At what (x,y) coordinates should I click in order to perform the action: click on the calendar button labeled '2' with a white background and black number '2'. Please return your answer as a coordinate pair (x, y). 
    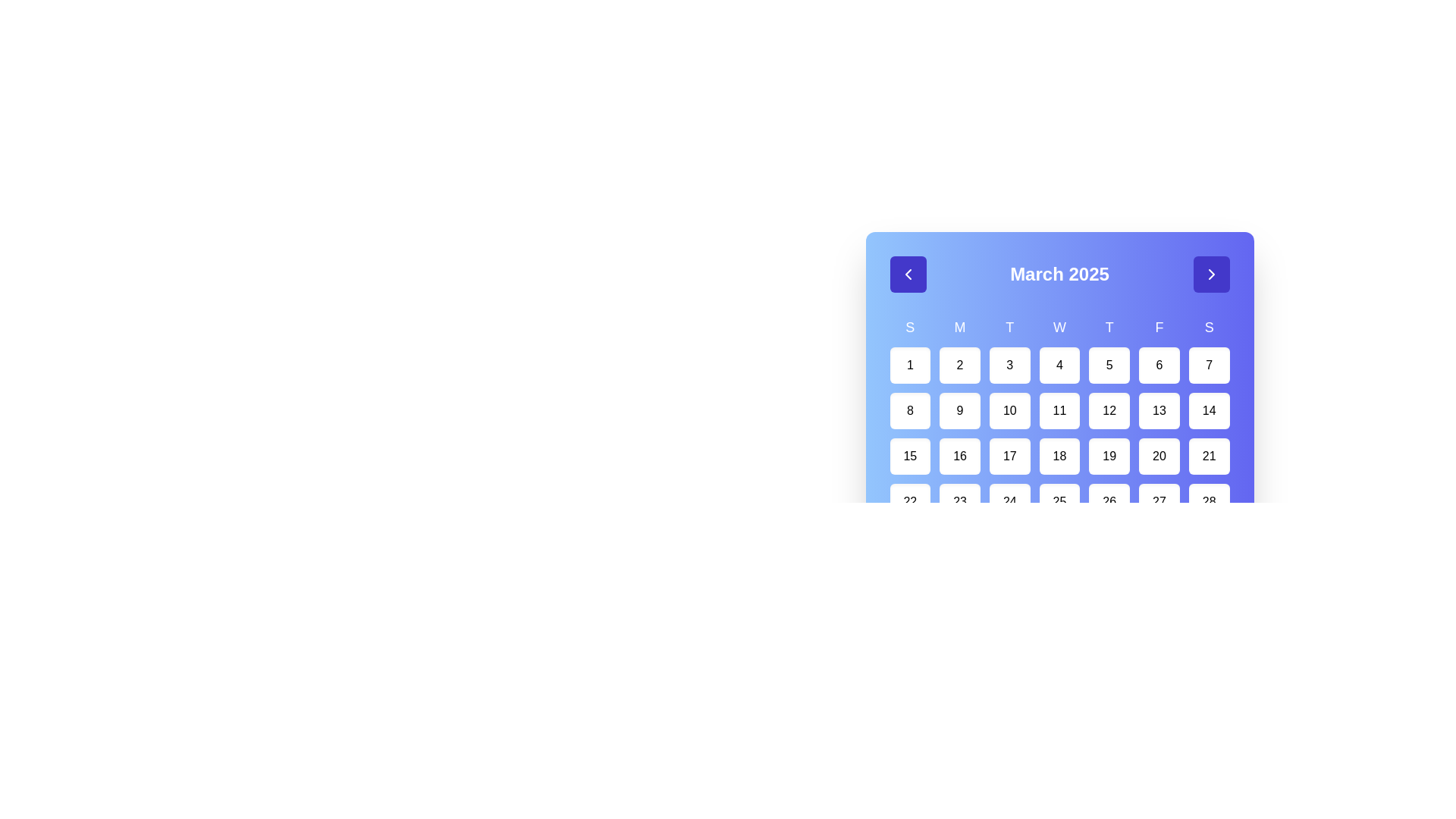
    Looking at the image, I should click on (959, 366).